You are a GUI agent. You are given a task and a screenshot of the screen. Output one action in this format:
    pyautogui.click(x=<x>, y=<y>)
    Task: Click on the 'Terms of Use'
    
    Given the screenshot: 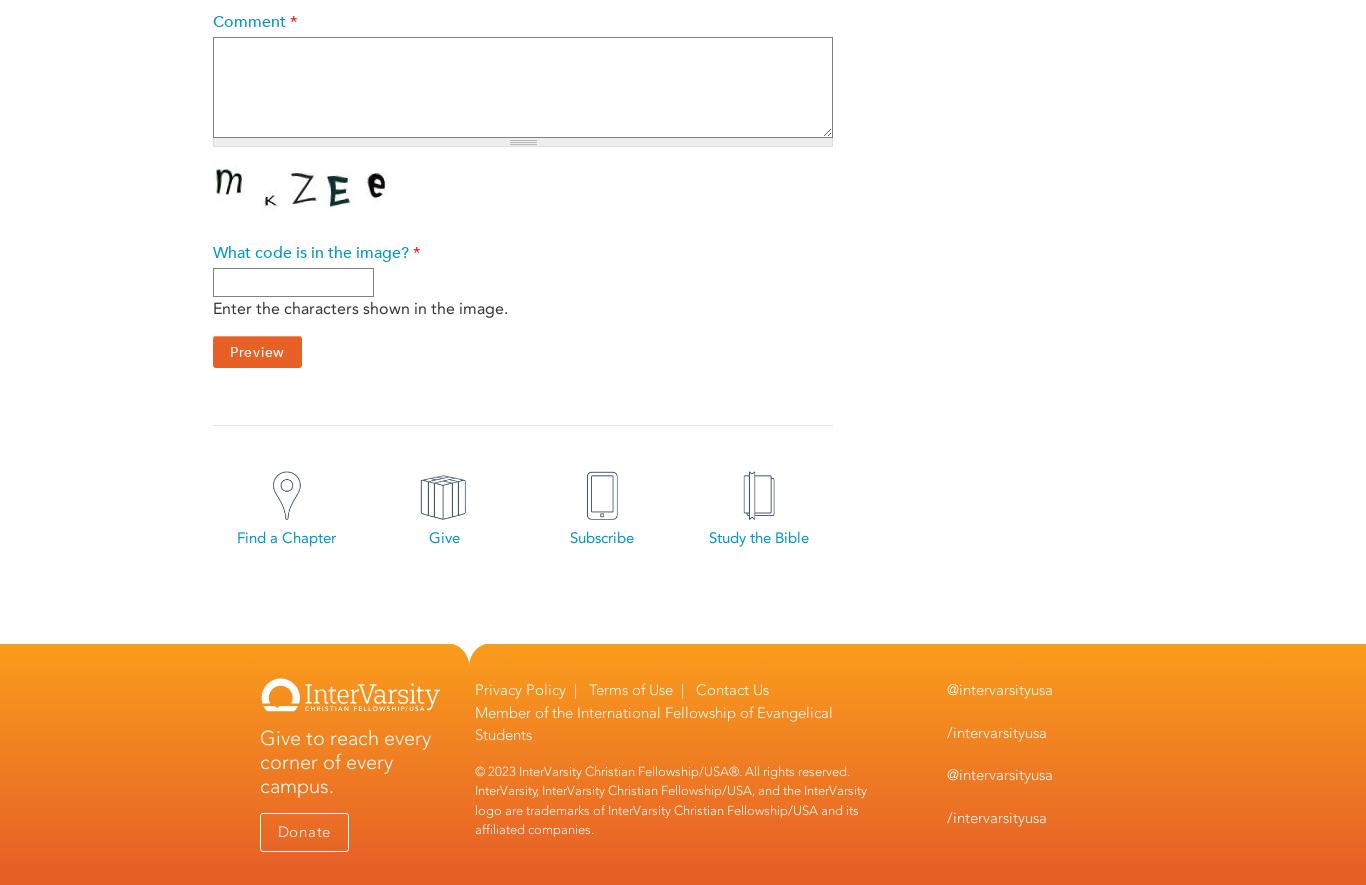 What is the action you would take?
    pyautogui.click(x=628, y=689)
    